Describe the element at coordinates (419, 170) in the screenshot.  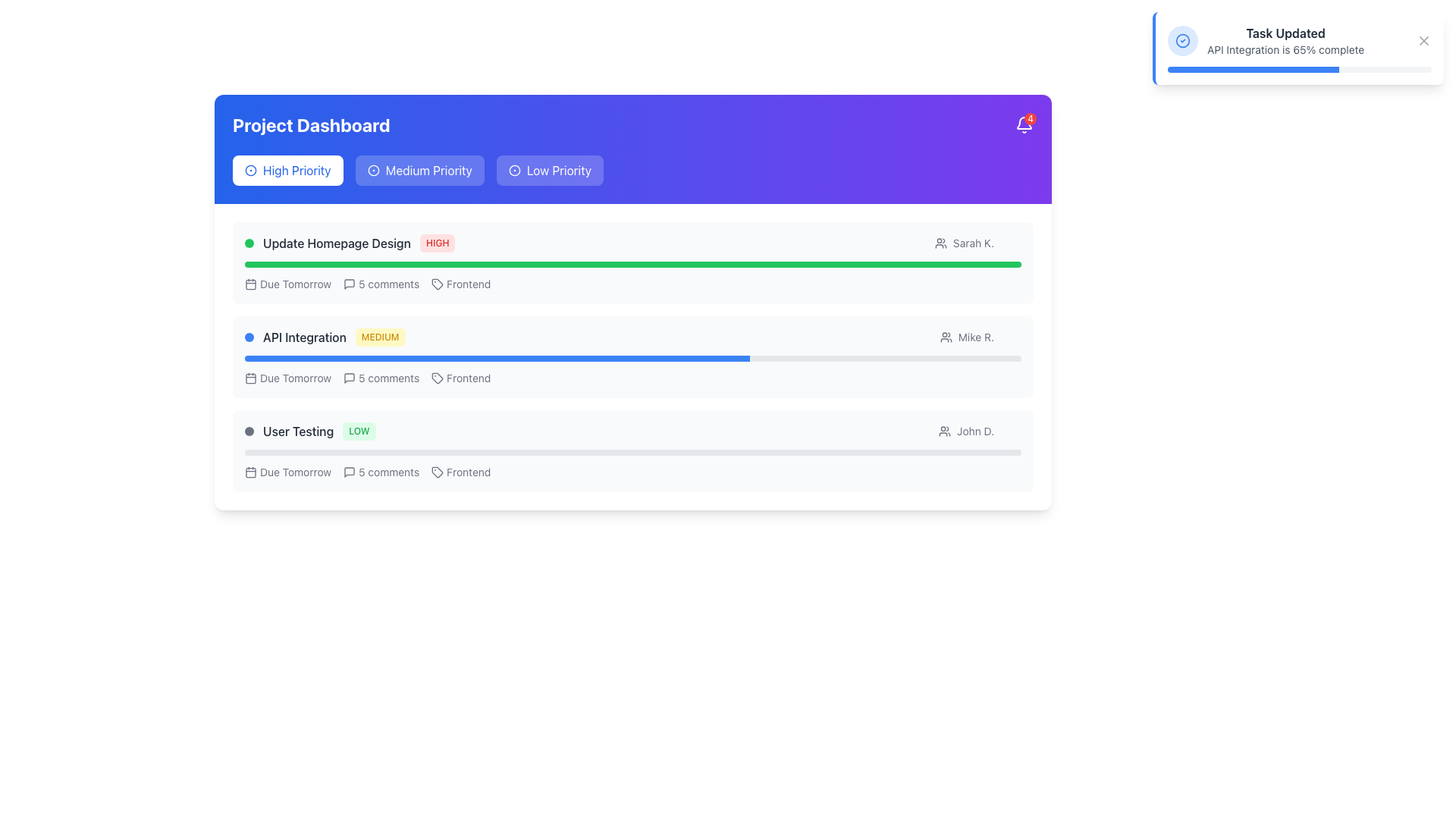
I see `the second button in the group of three, which filters tasks marked as 'Medium Priority'` at that location.